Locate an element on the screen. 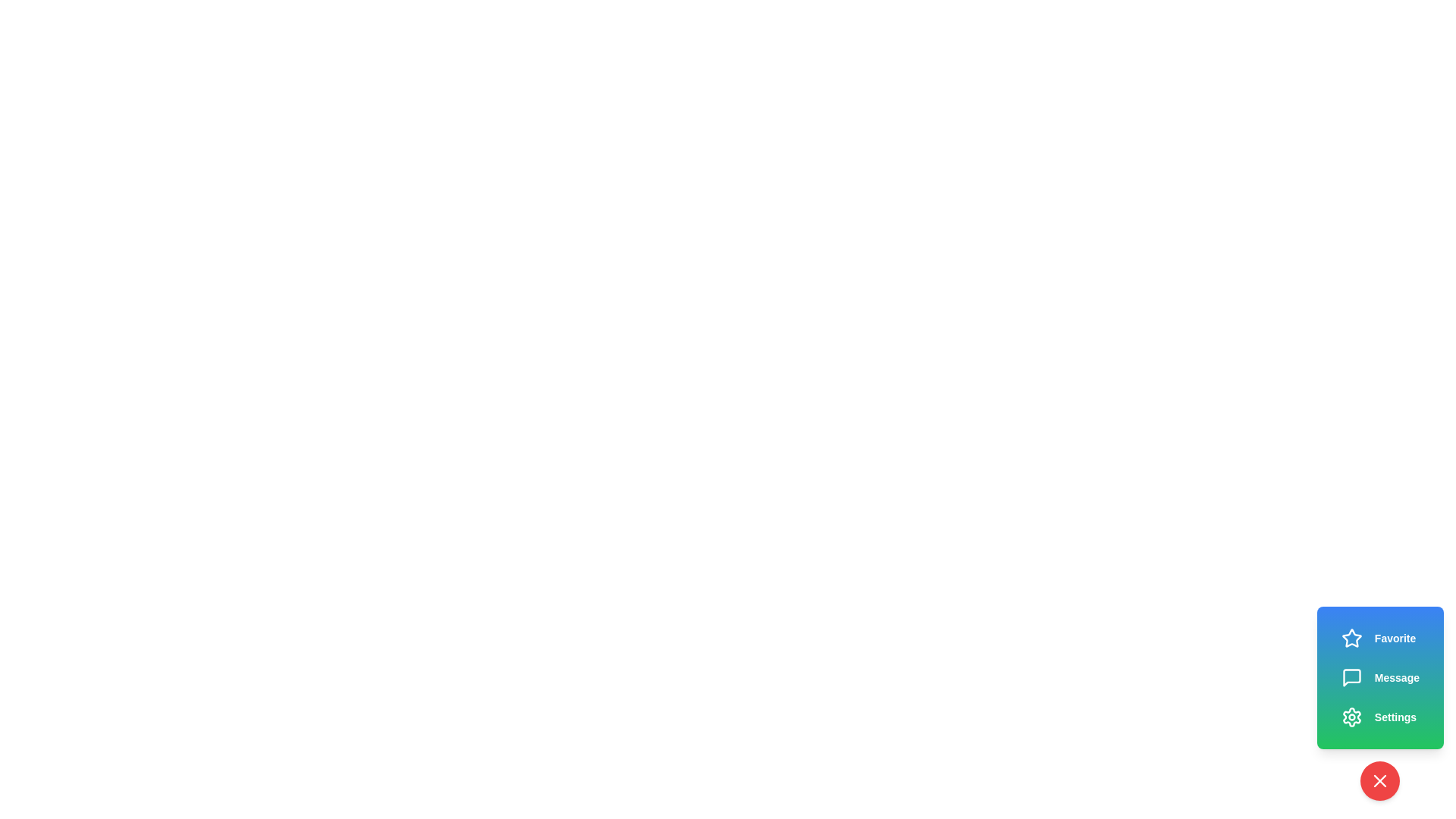 Image resolution: width=1456 pixels, height=819 pixels. the 'Settings' button in the speed dial menu is located at coordinates (1379, 717).